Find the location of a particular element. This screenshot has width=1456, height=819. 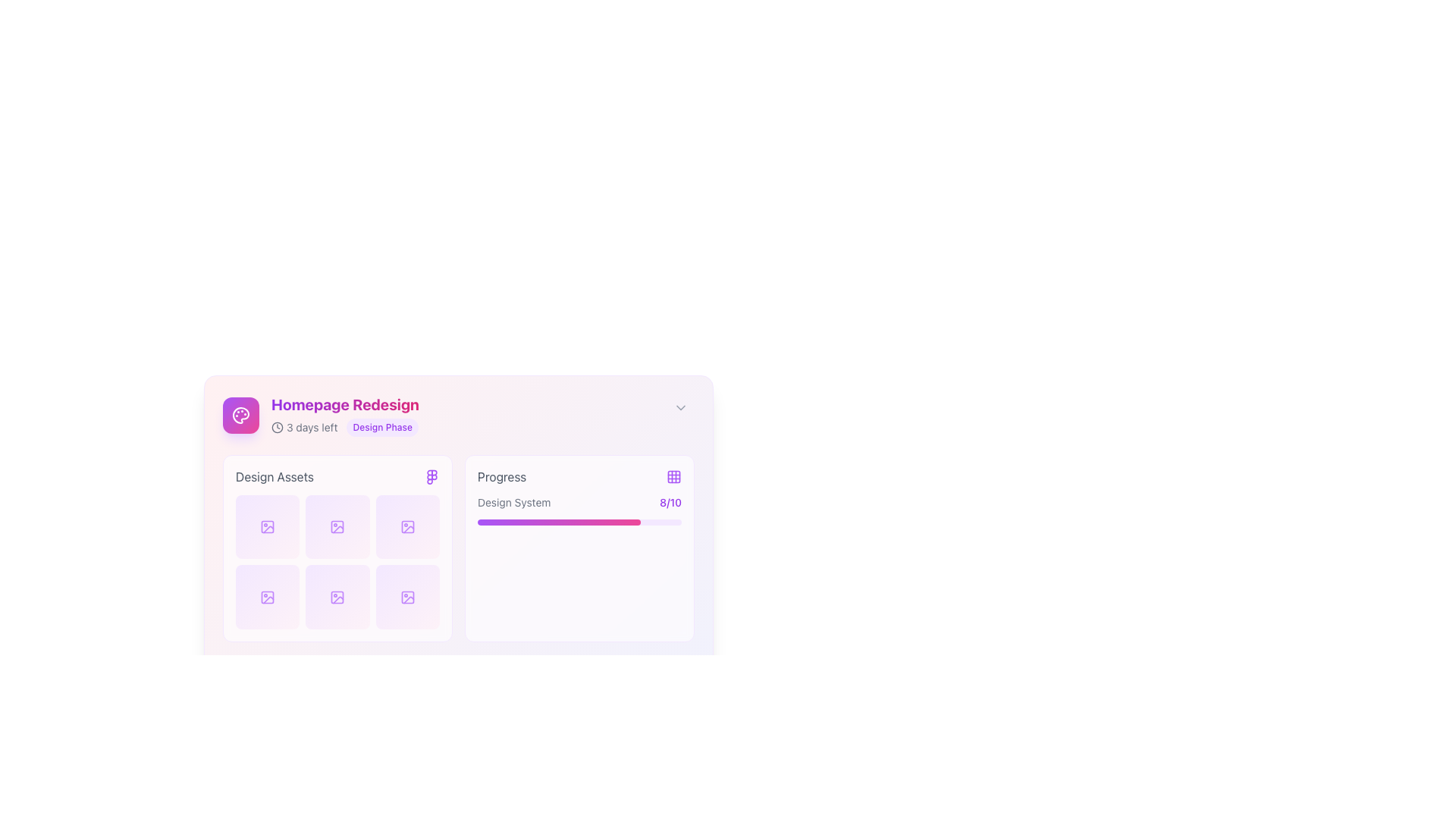

the filled portion of the progress bar, which is styled with a gradient from purple to pink and fills approximately 80% of the width under the 'Progress' heading in the 'Homepage Redesign' section is located at coordinates (558, 522).